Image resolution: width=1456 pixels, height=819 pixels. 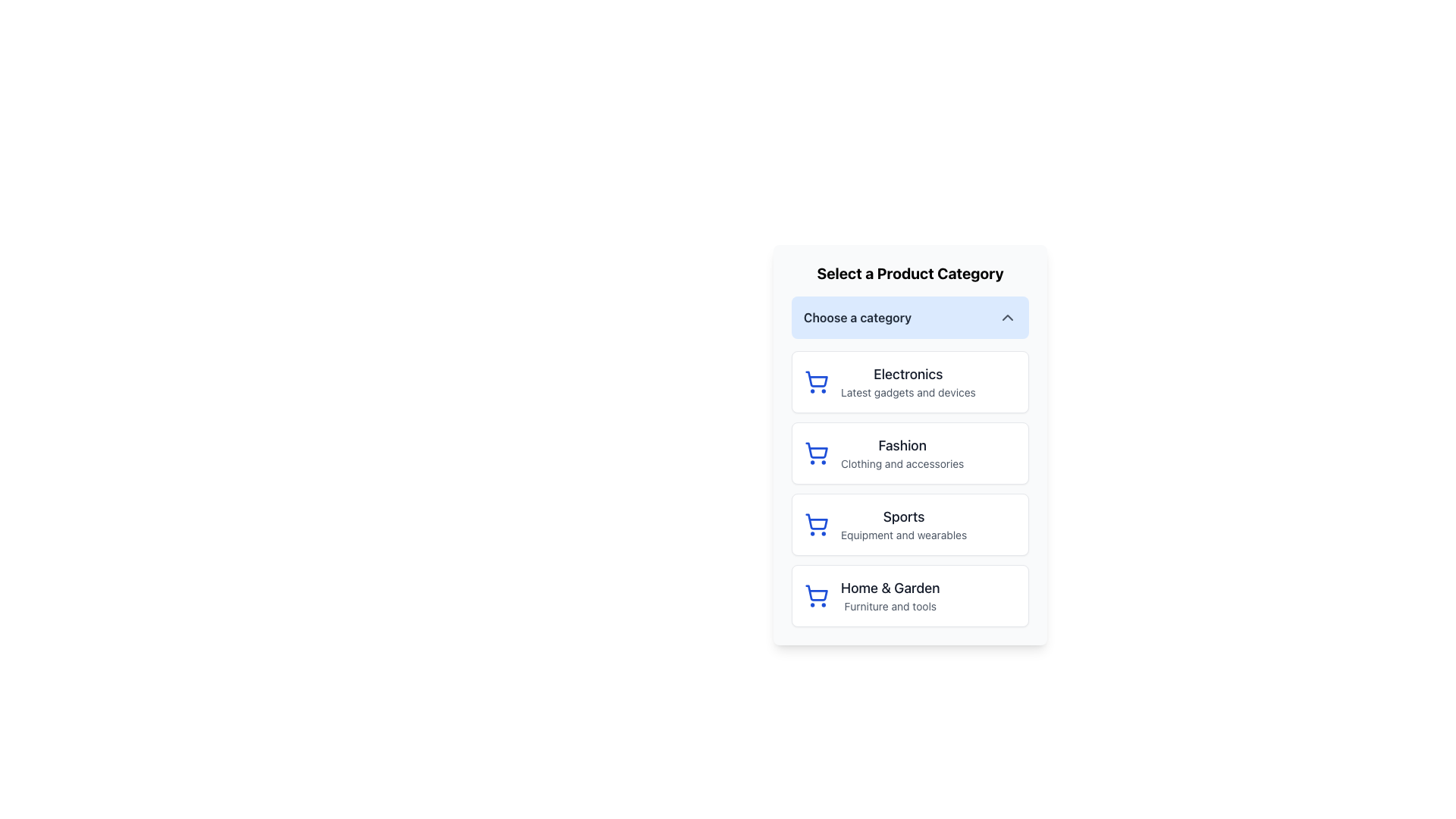 I want to click on the Dropdown Toggle Button labeled 'Choose a category' with a light blue background and an upward-pointing chevron icon, located below the title 'Select a Product Category', so click(x=910, y=317).